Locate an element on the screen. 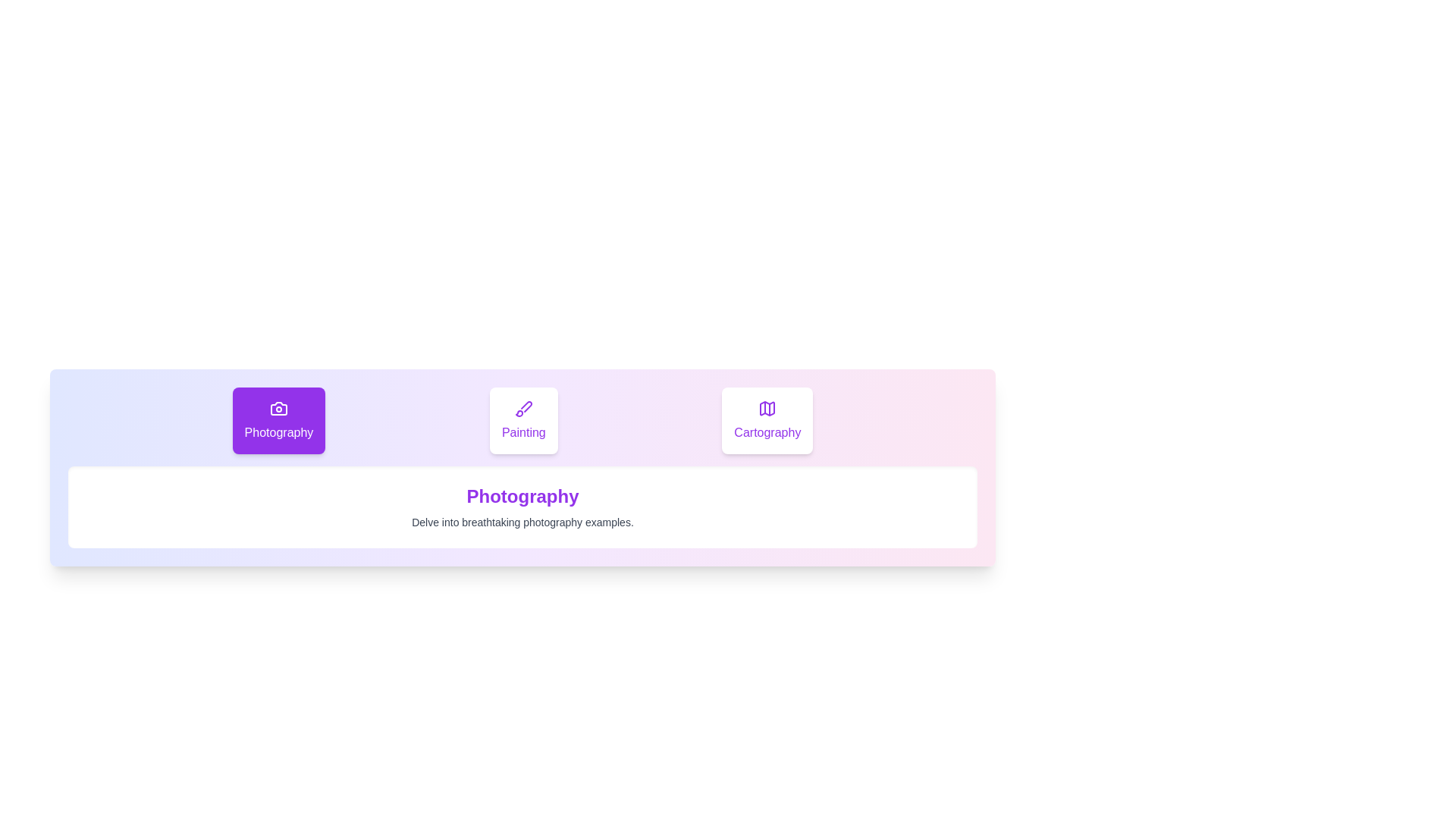 This screenshot has height=819, width=1456. the tab labeled Painting to switch to its content is located at coordinates (523, 421).